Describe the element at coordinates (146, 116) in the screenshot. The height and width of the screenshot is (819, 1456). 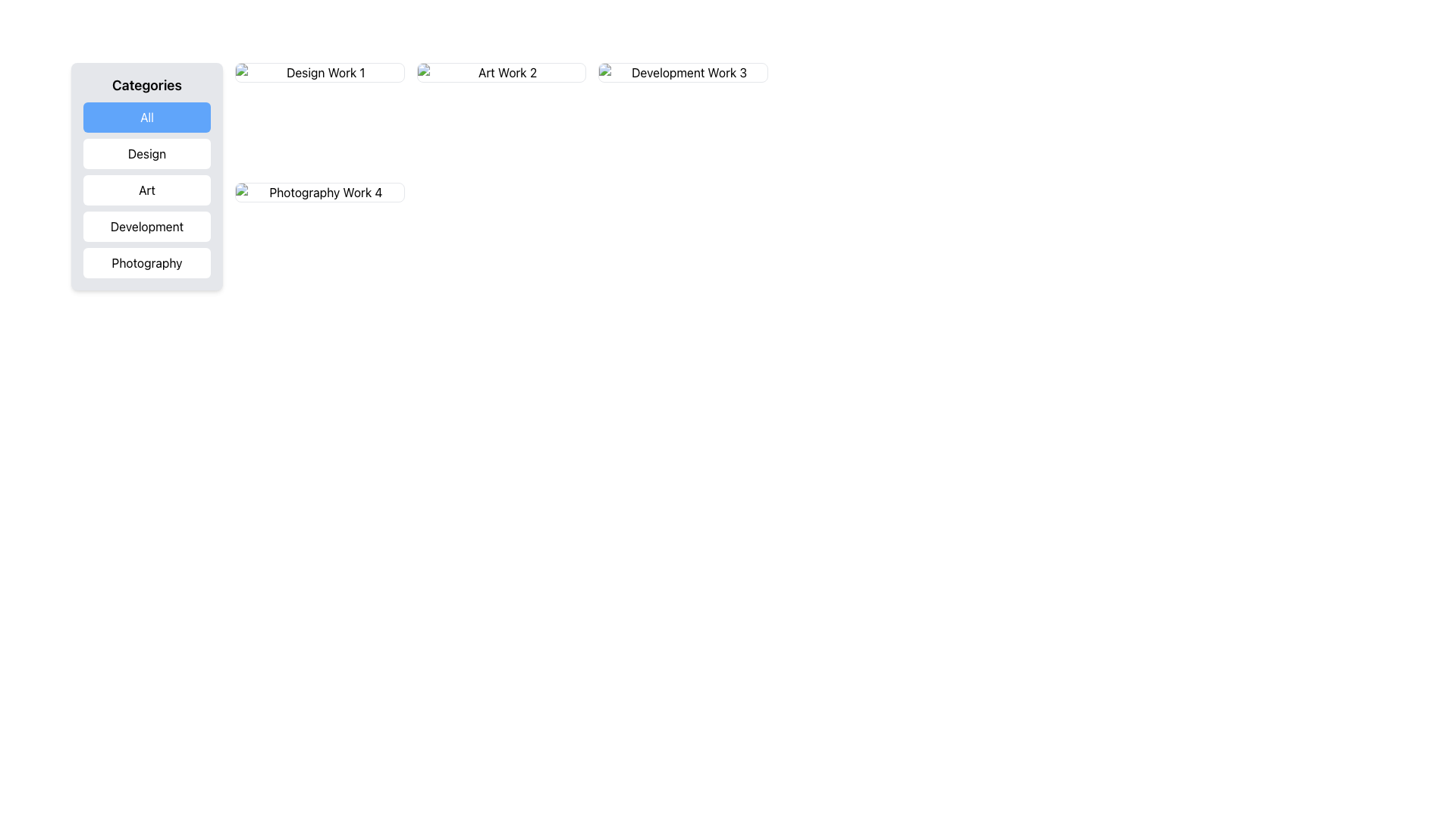
I see `the 'All' category filter button located at the top of the vertical list in the 'Categories' section on the left side of the interface` at that location.